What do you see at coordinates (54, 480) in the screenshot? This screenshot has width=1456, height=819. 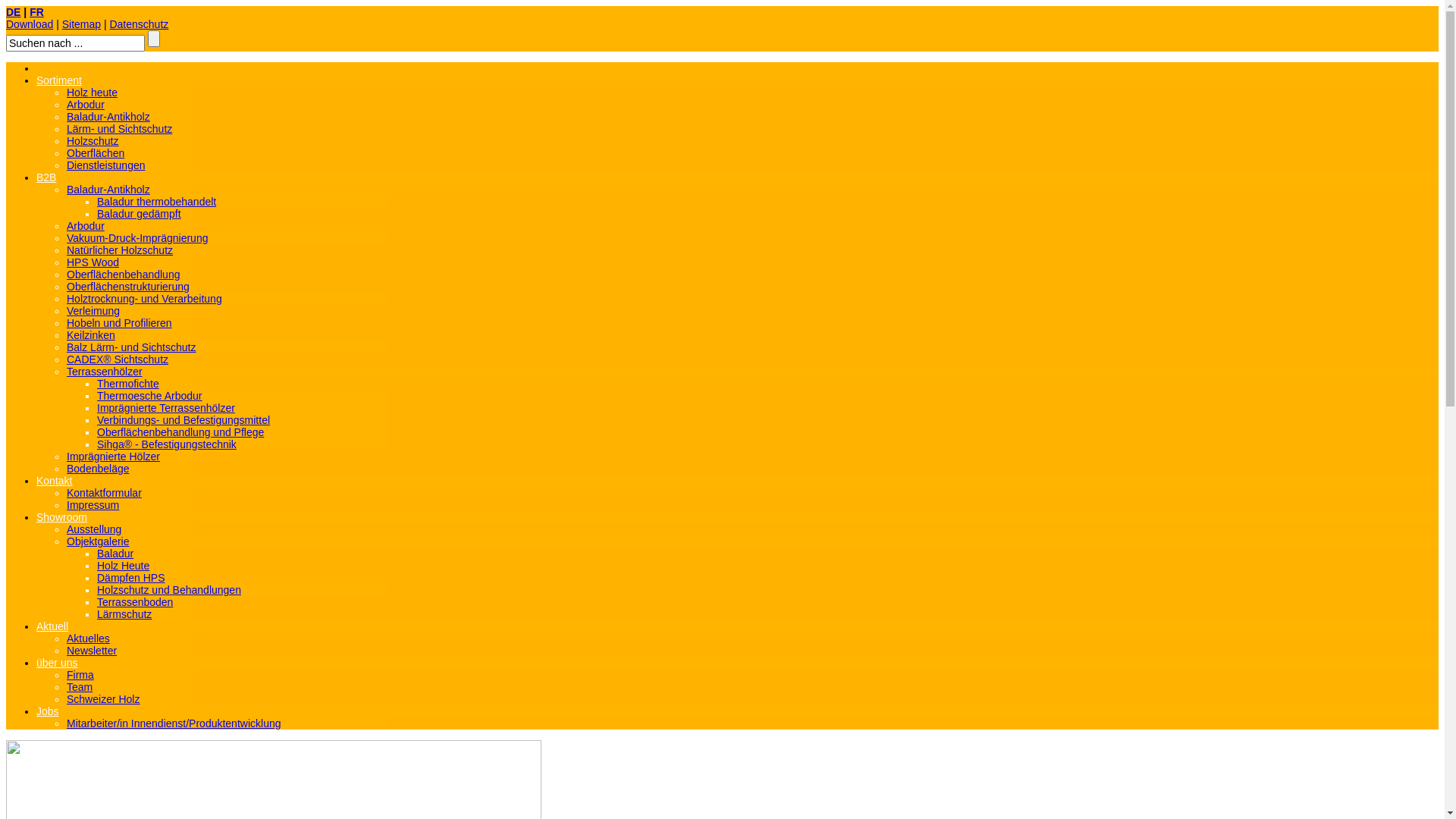 I see `'Kontakt'` at bounding box center [54, 480].